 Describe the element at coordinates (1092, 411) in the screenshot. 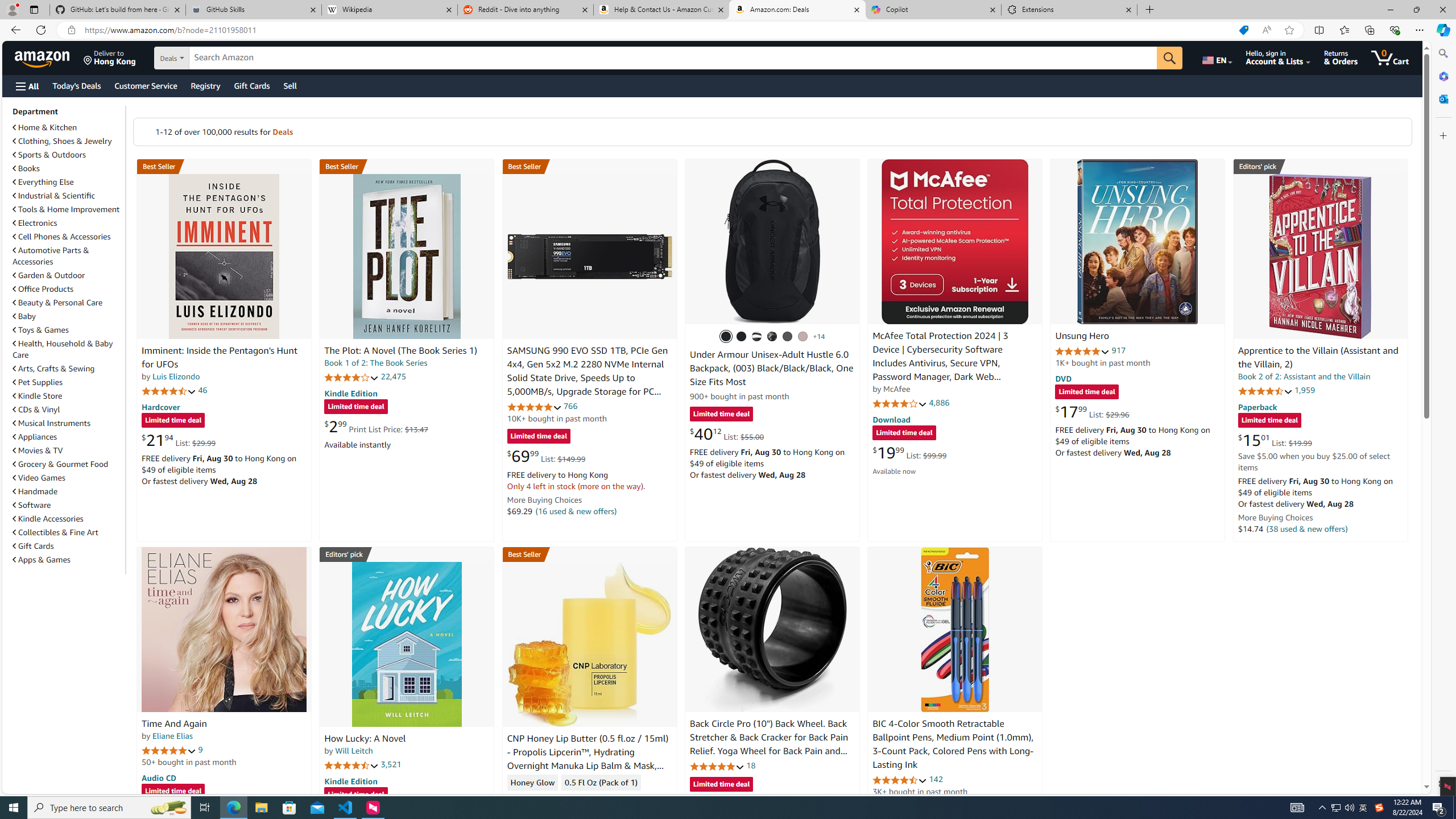

I see `'$17.99 List: $29.96'` at that location.